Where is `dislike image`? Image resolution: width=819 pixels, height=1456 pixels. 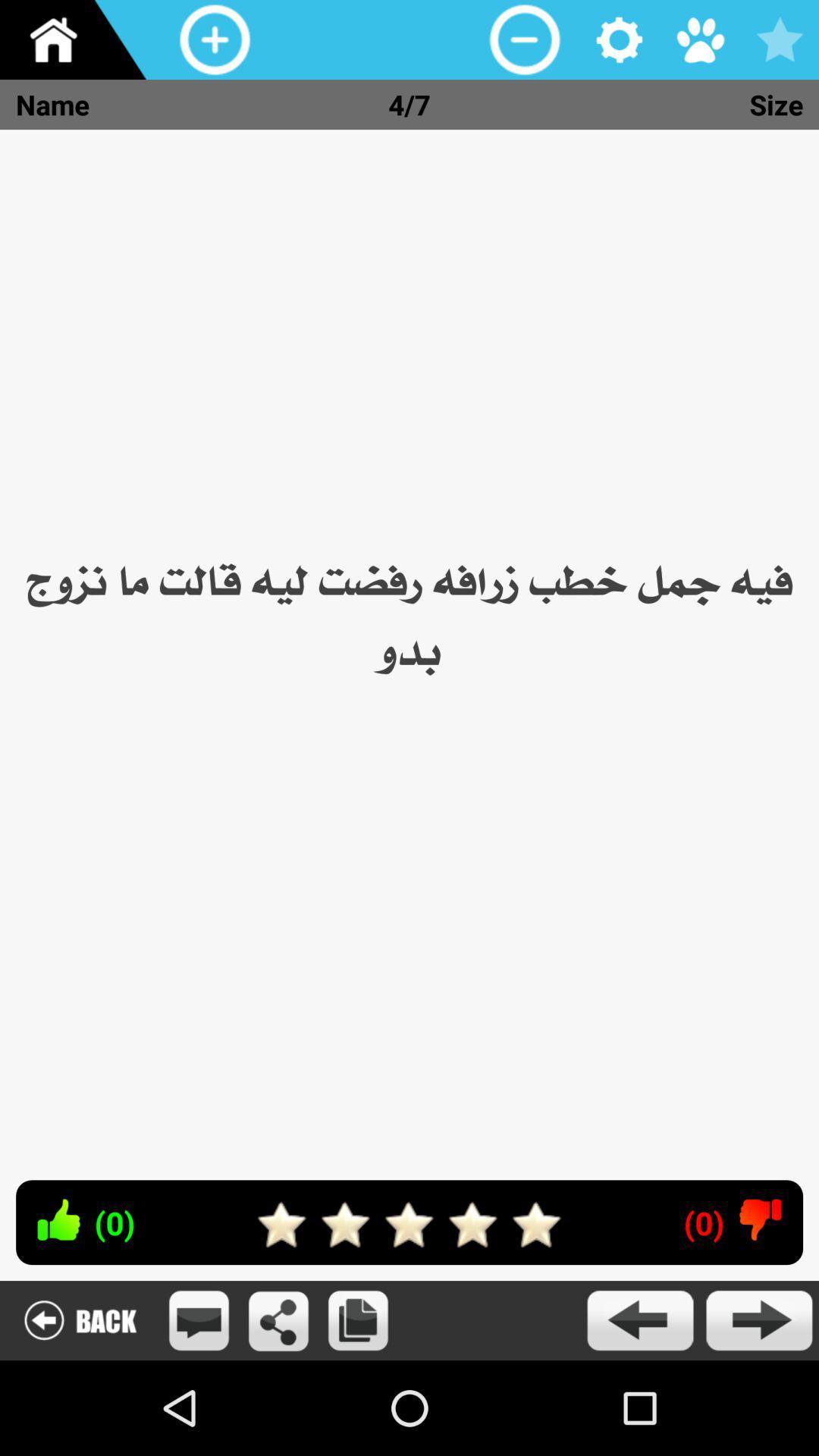 dislike image is located at coordinates (761, 1219).